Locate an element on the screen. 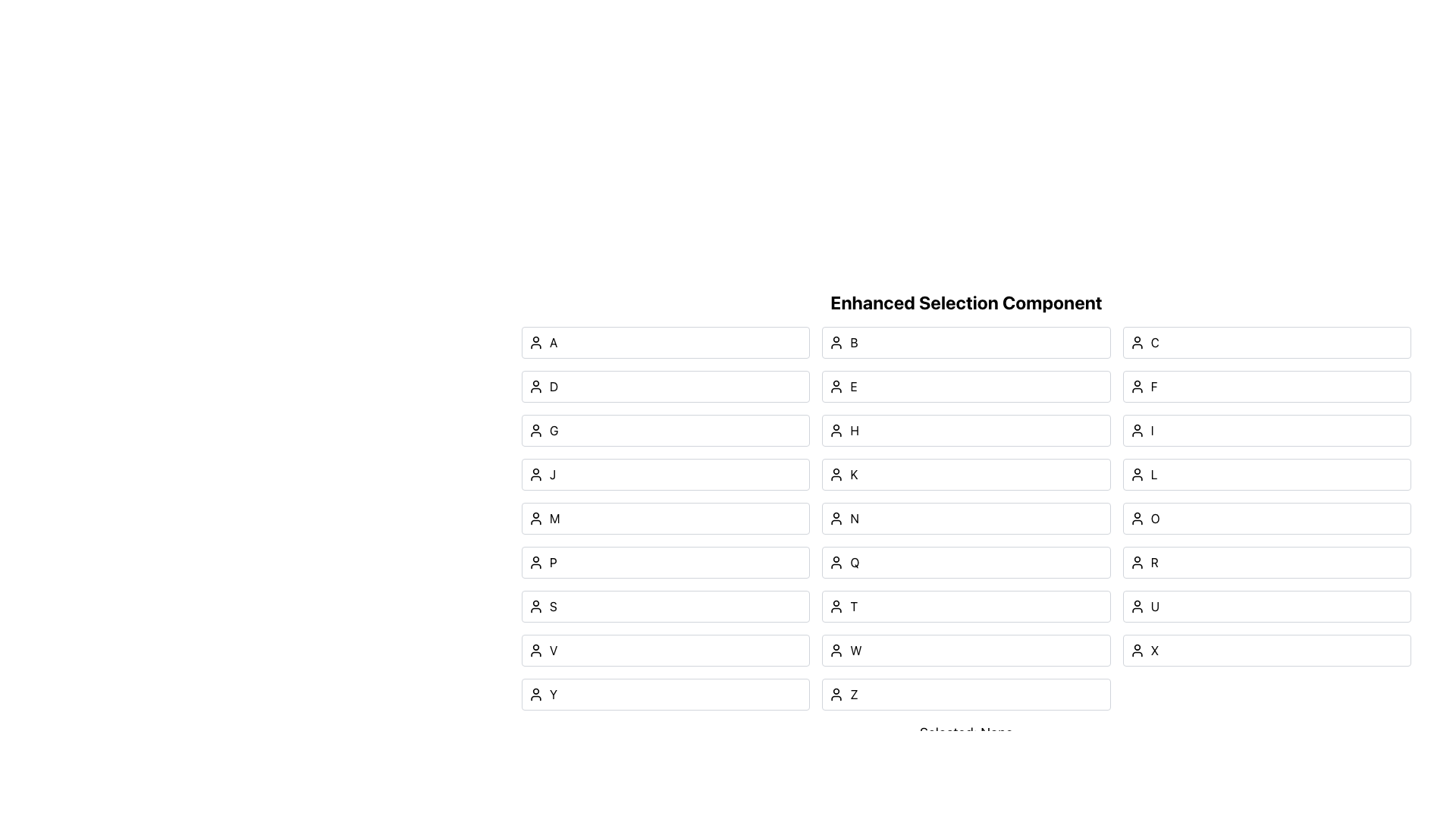 The width and height of the screenshot is (1456, 819). the button labeled 'B' is located at coordinates (965, 342).